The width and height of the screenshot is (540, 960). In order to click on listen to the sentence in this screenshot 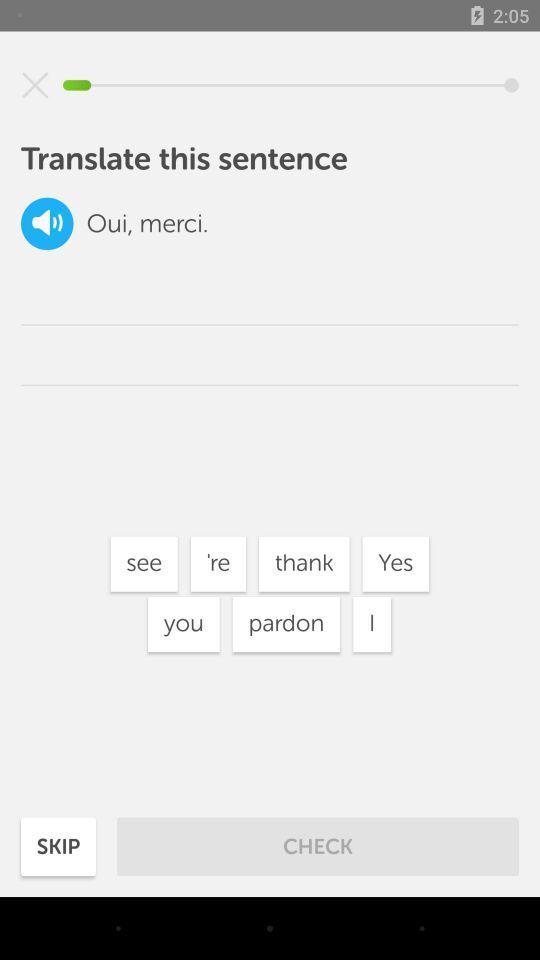, I will do `click(47, 223)`.